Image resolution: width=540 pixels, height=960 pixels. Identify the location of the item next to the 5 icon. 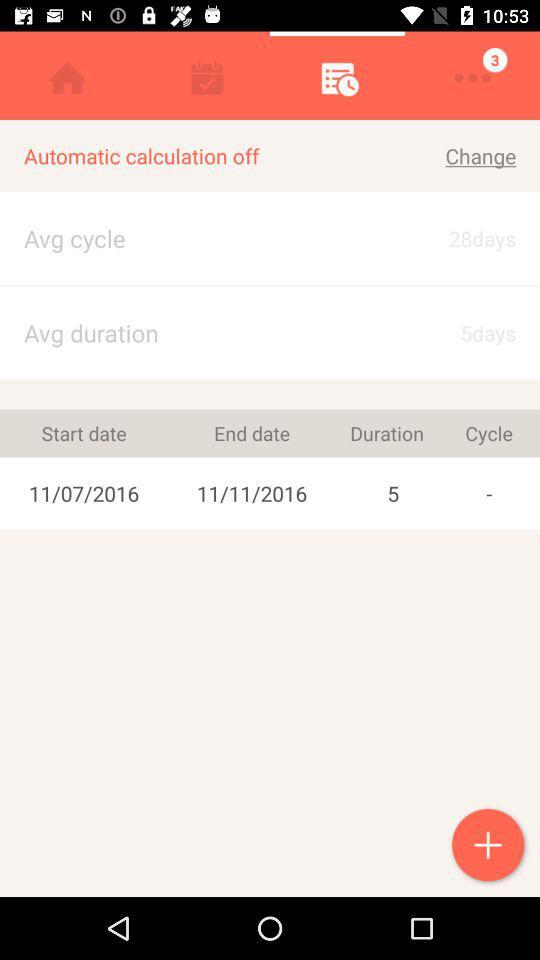
(252, 433).